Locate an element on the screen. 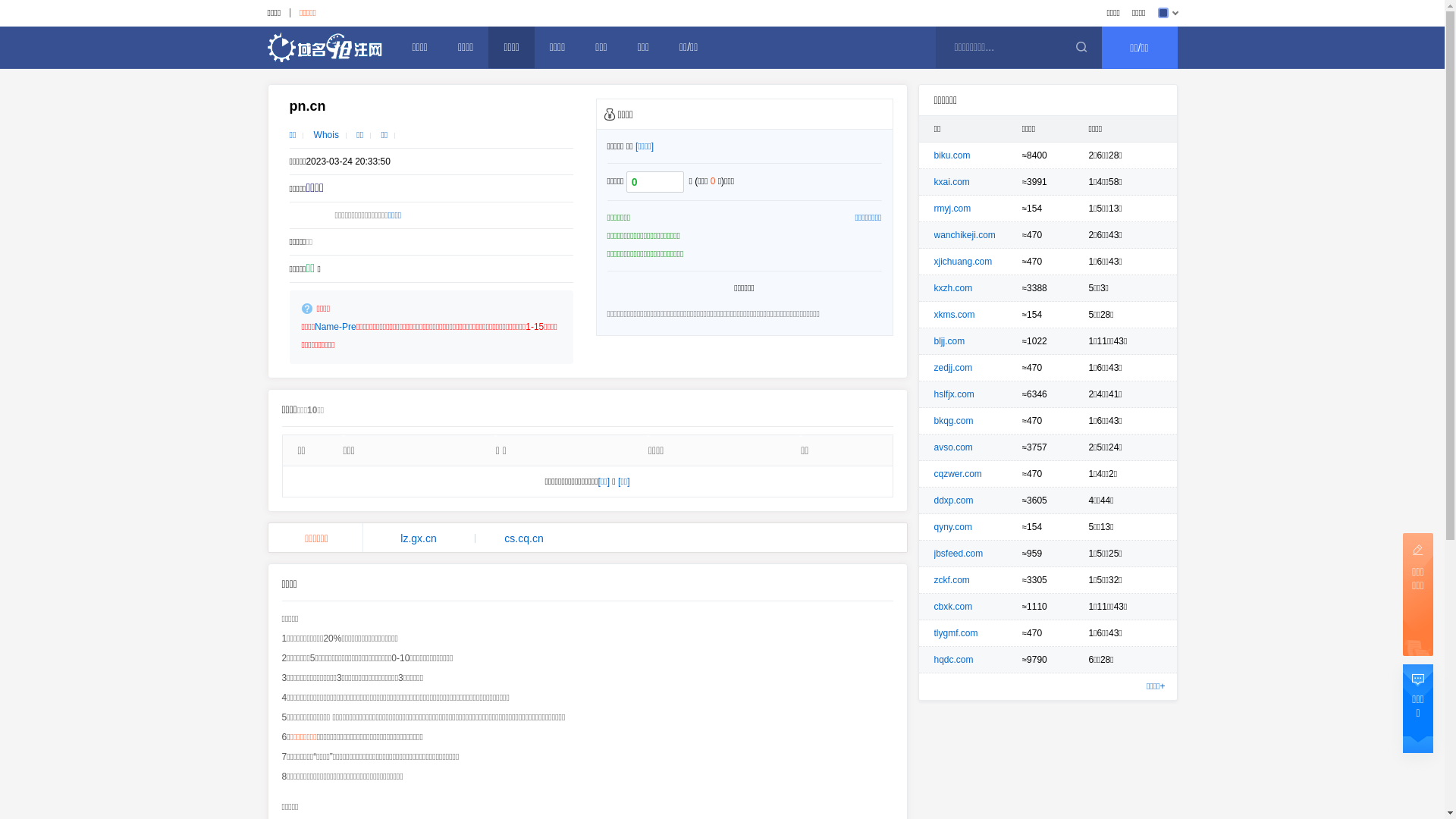 Image resolution: width=1456 pixels, height=819 pixels. 'kxai.com' is located at coordinates (951, 180).